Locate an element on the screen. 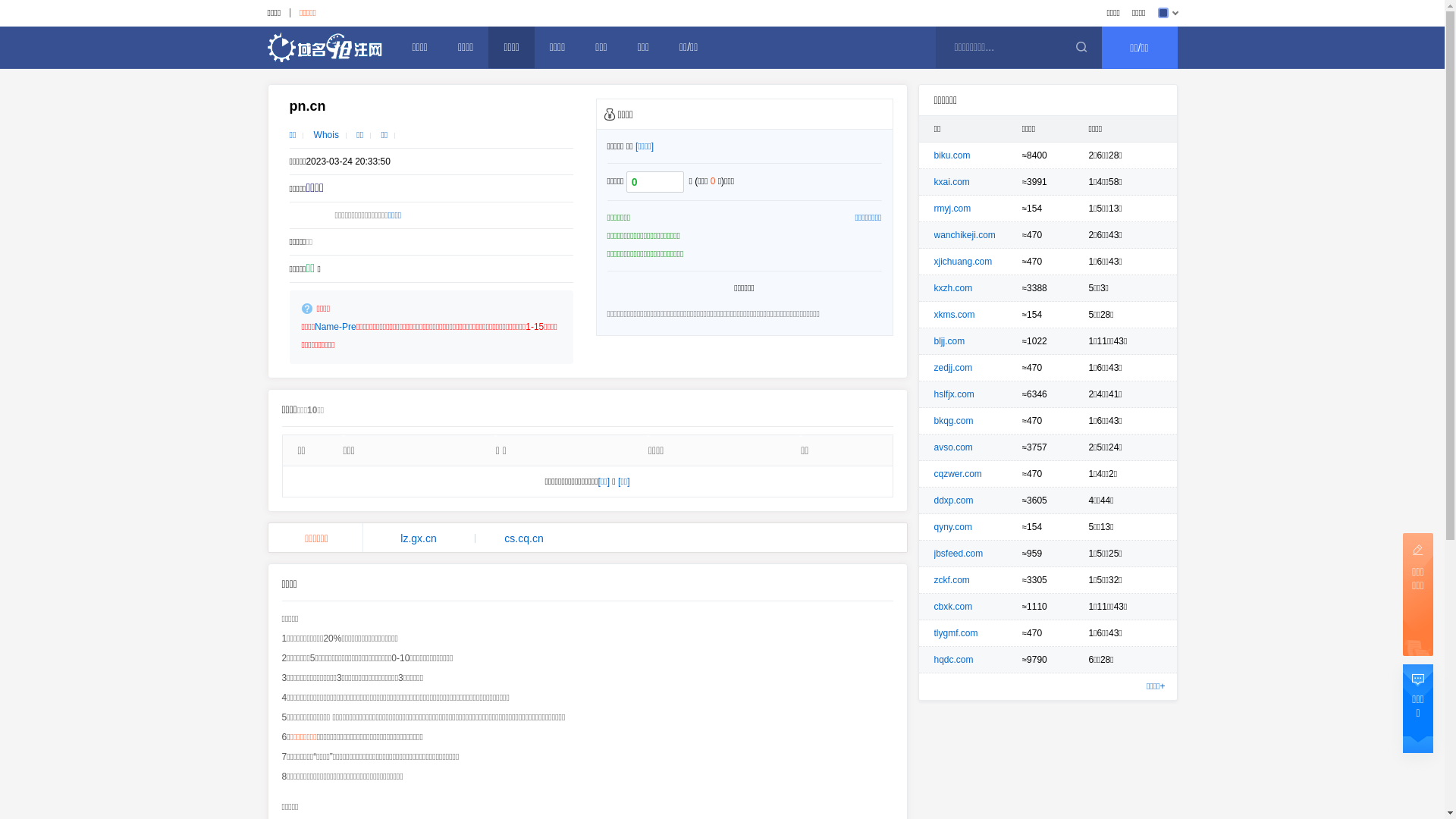 Image resolution: width=1456 pixels, height=819 pixels. 'kxai.com' is located at coordinates (951, 180).